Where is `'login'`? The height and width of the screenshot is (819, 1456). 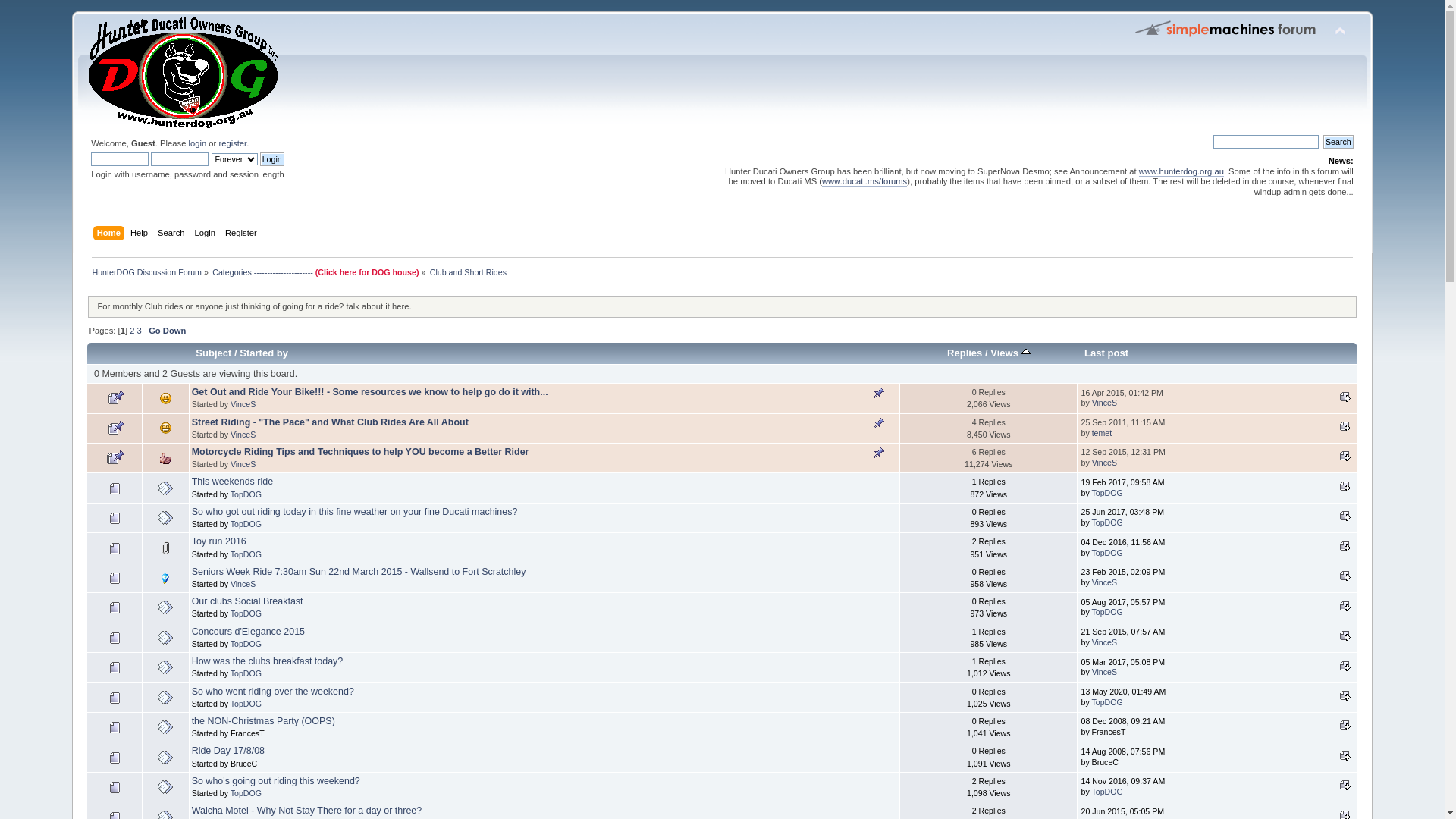 'login' is located at coordinates (187, 143).